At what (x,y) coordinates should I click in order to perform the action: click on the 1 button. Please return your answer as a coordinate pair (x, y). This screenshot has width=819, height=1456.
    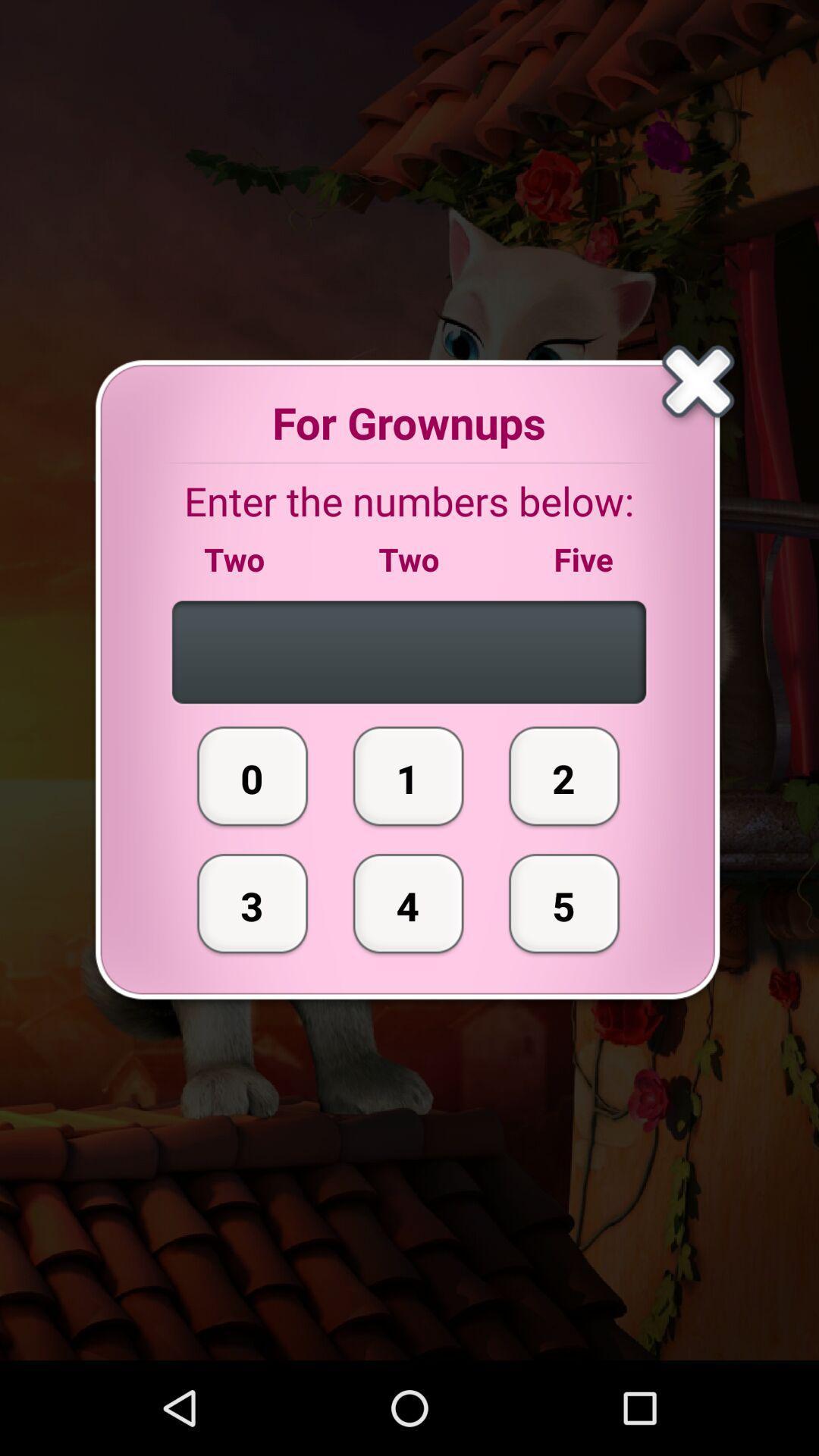
    Looking at the image, I should click on (408, 776).